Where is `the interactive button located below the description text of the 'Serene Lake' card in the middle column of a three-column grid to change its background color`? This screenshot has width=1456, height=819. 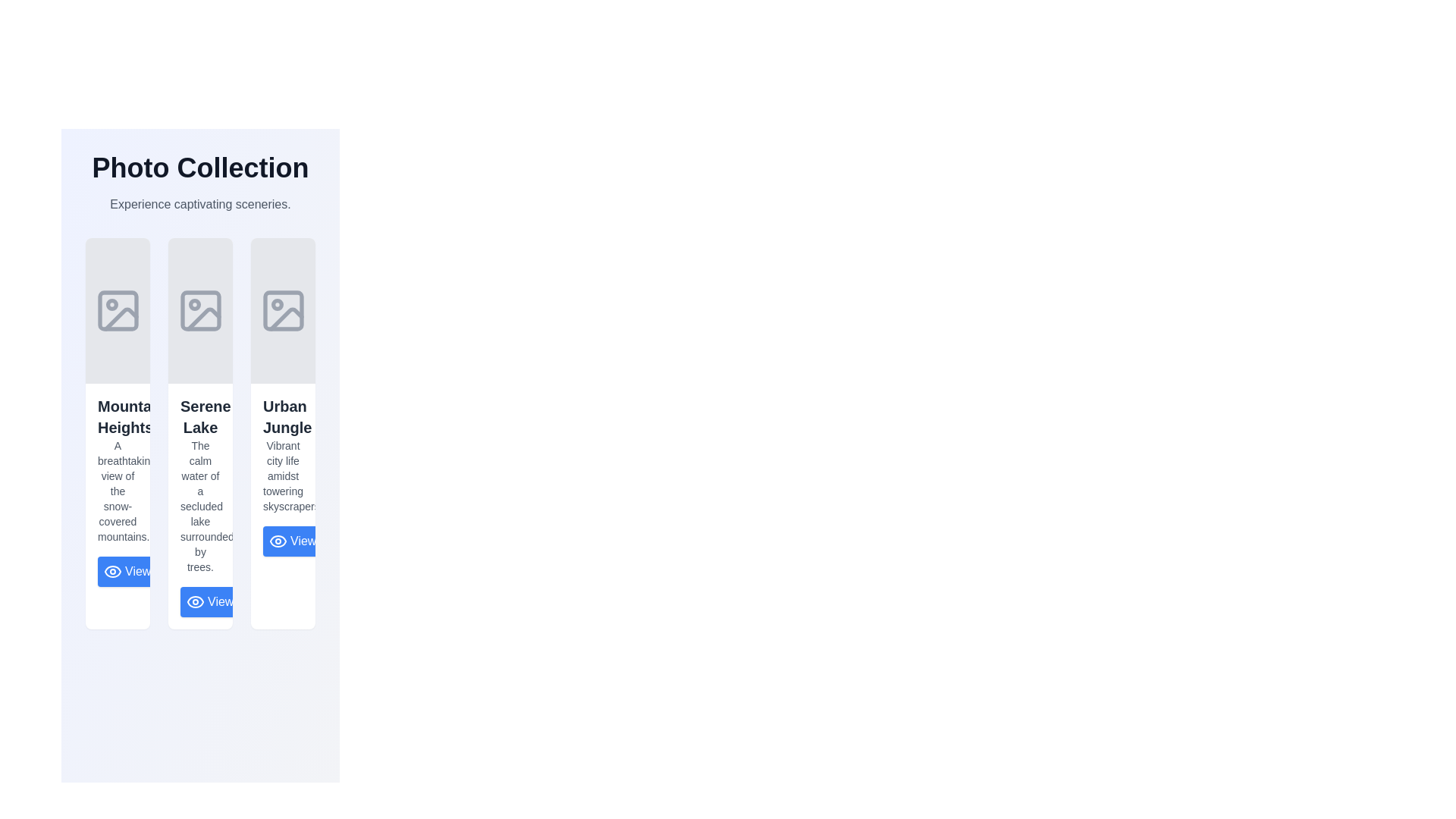 the interactive button located below the description text of the 'Serene Lake' card in the middle column of a three-column grid to change its background color is located at coordinates (199, 601).